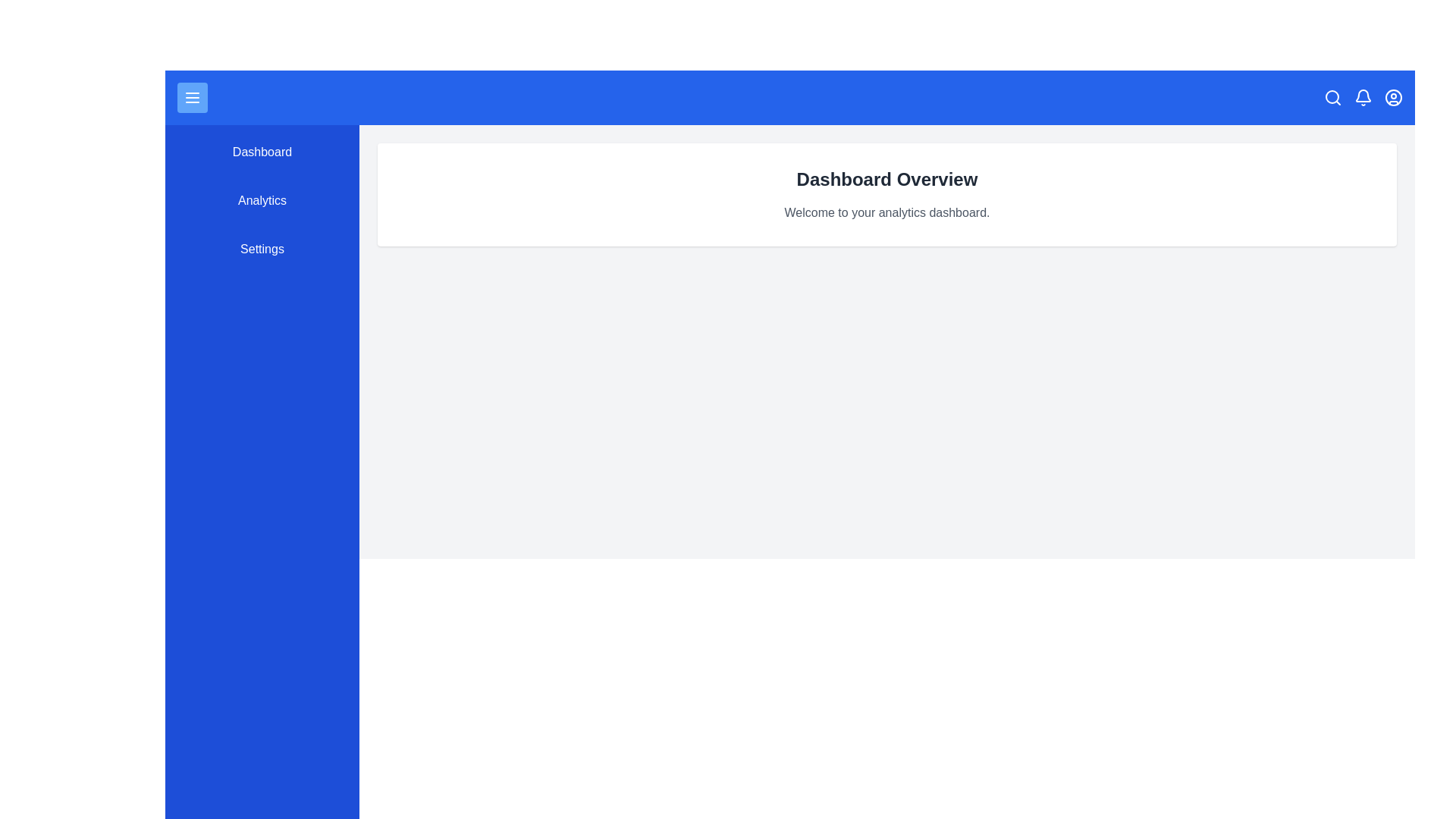 This screenshot has width=1456, height=819. I want to click on the search icon in the top bar, so click(1332, 97).